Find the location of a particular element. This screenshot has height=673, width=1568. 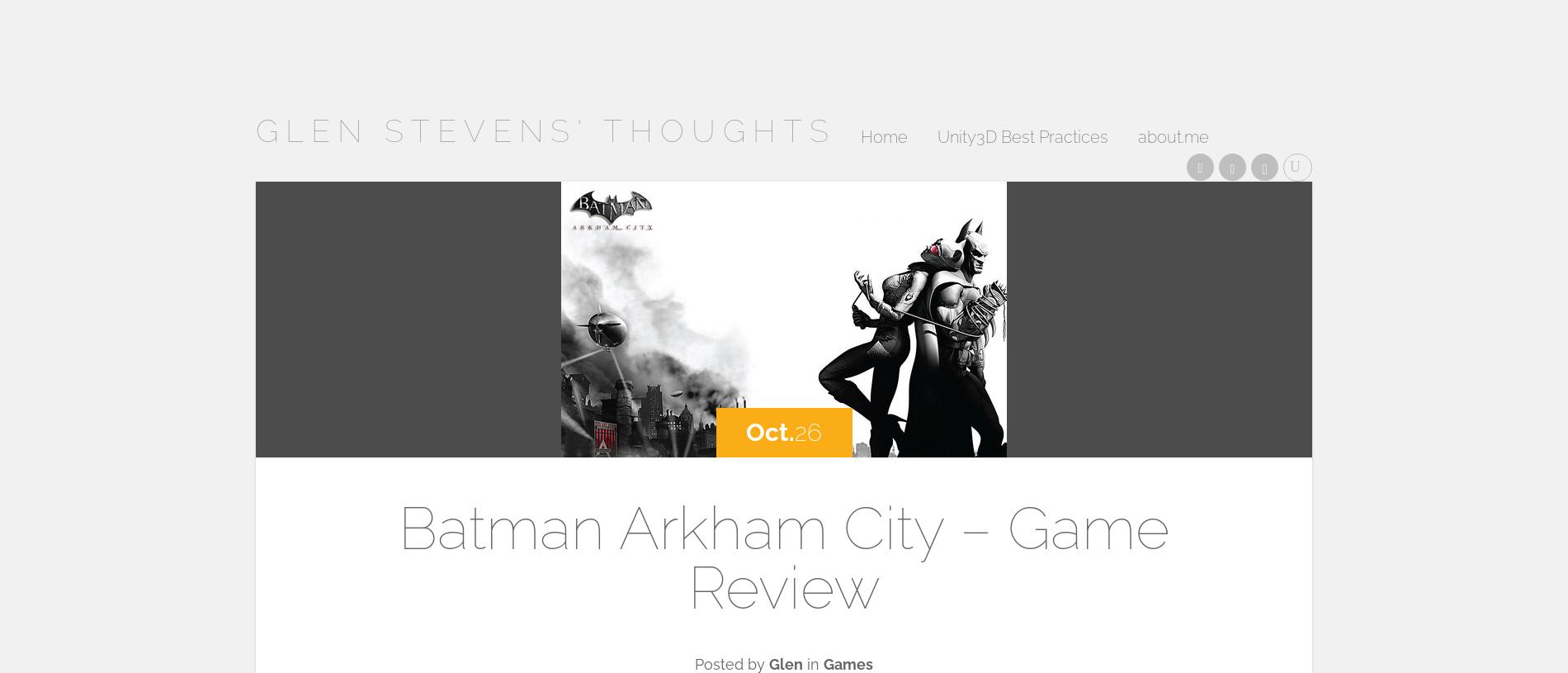

'Games' is located at coordinates (848, 664).